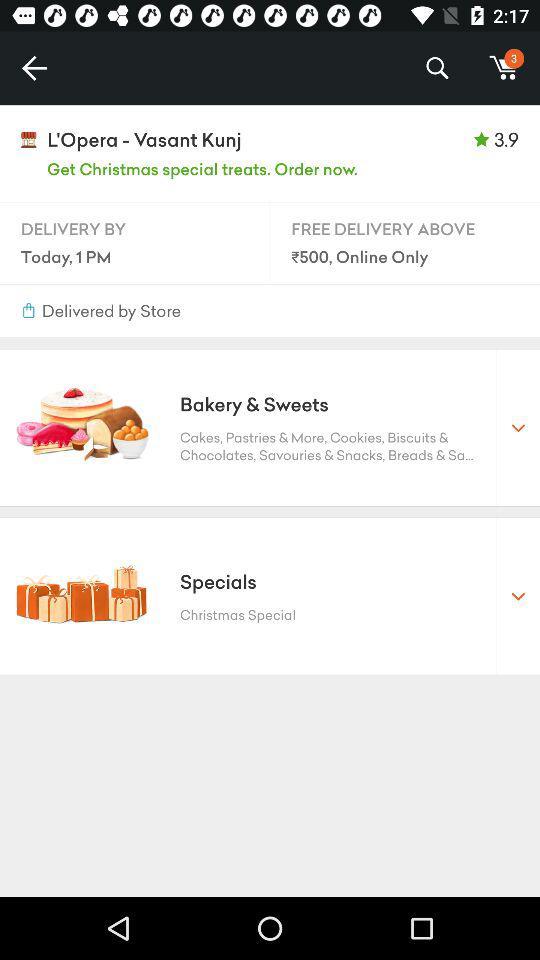  What do you see at coordinates (436, 68) in the screenshot?
I see `the item next to m item` at bounding box center [436, 68].